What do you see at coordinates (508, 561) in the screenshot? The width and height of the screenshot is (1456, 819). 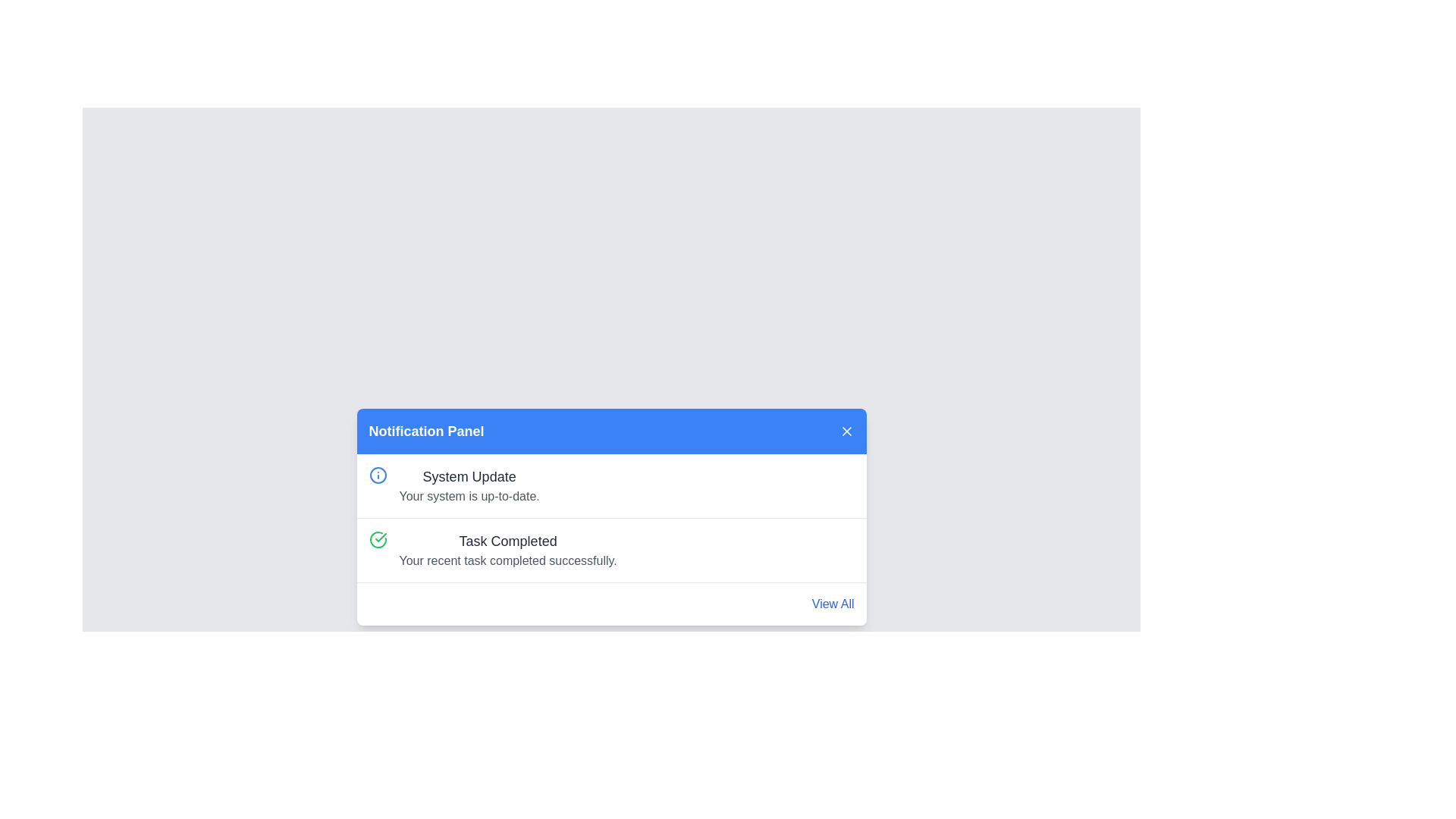 I see `message displayed in the text block that shows 'Your recent task completed successfully.' located in the lower portion of the 'Task Completed' notification panel` at bounding box center [508, 561].